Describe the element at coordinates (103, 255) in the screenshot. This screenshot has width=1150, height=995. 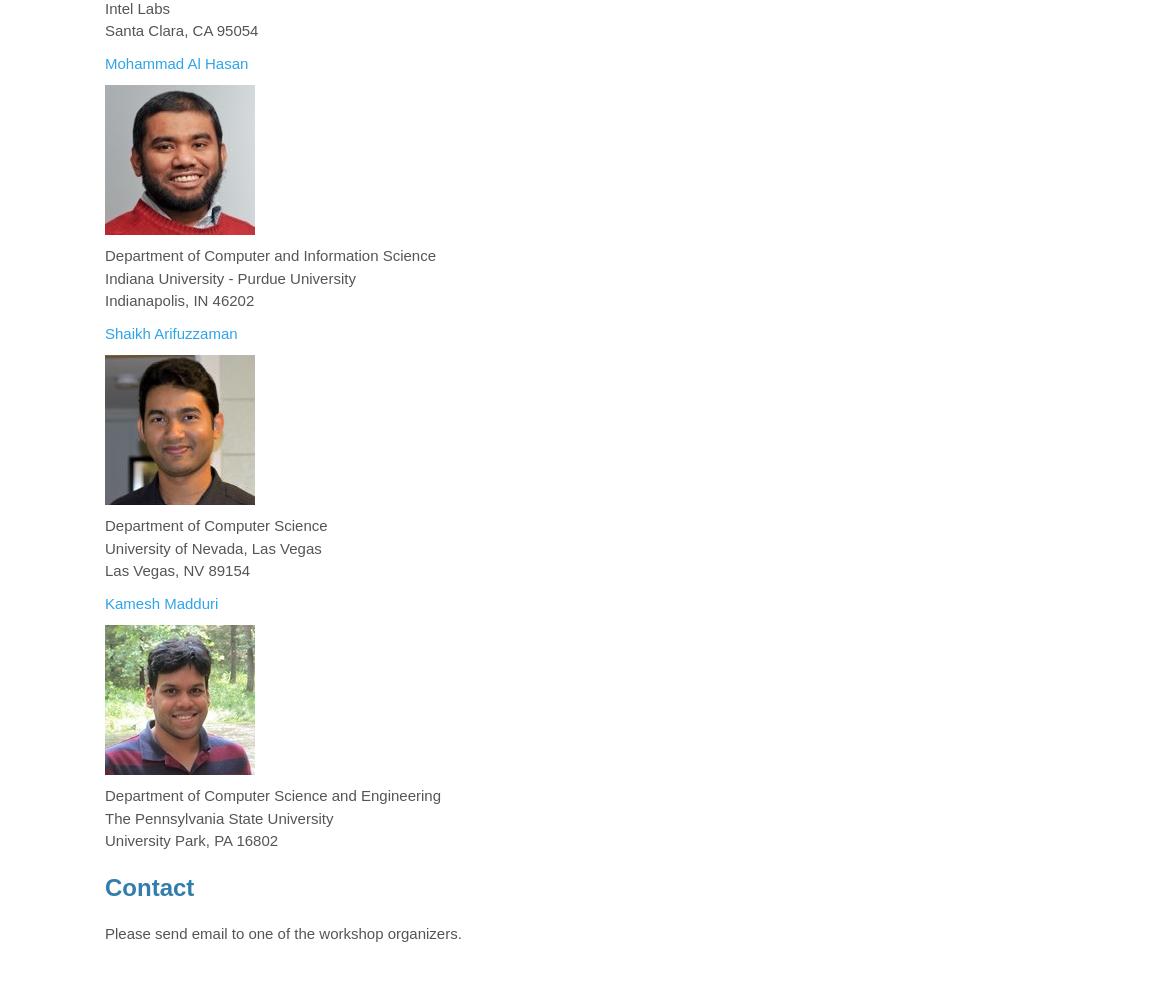
I see `'Department of Computer and Information Science'` at that location.